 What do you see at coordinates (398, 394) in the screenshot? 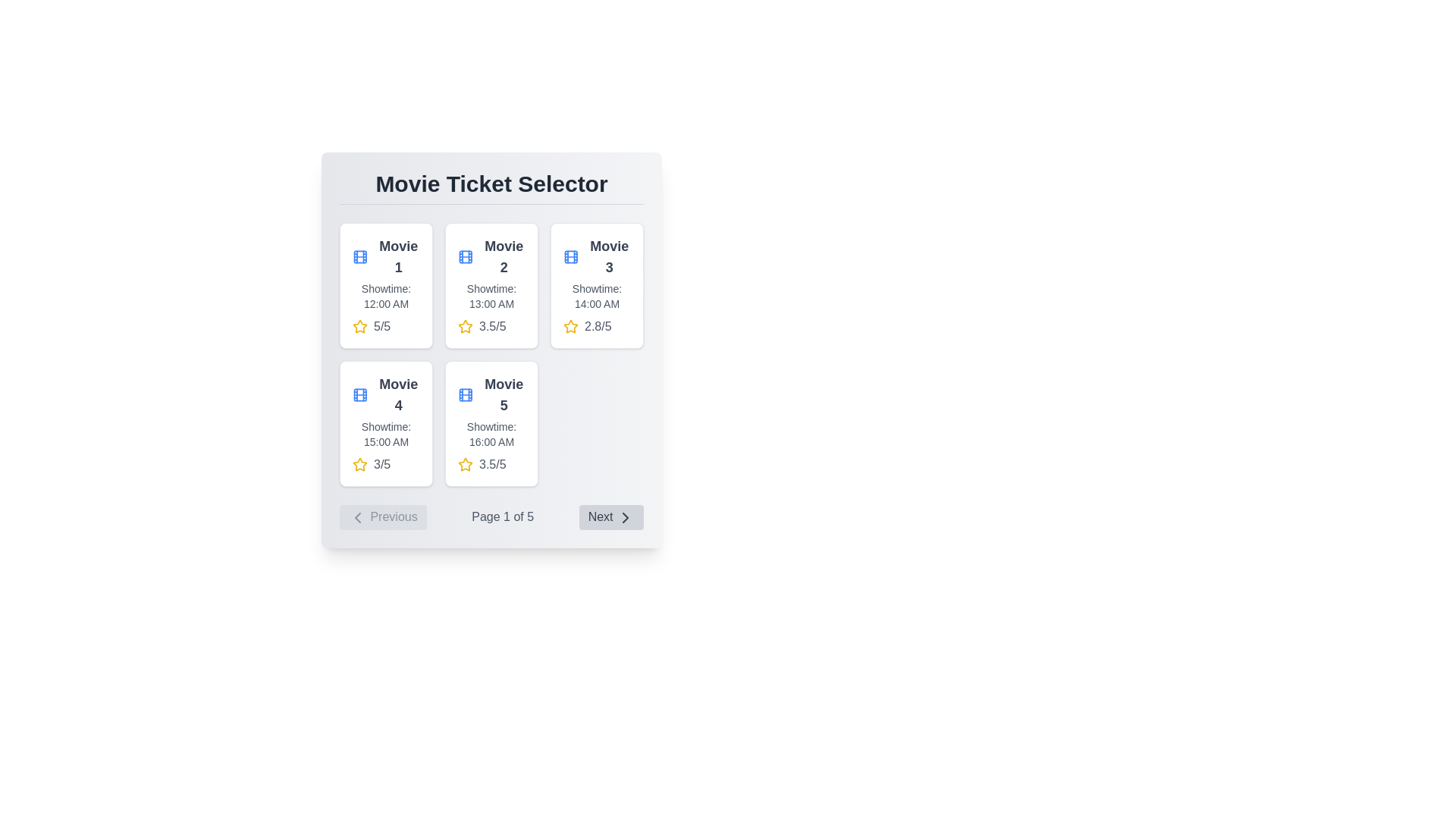
I see `text content of the movie title displayed on the card located in the second row, first column of the grid layout, which is associated with a film icon and showtime information` at bounding box center [398, 394].